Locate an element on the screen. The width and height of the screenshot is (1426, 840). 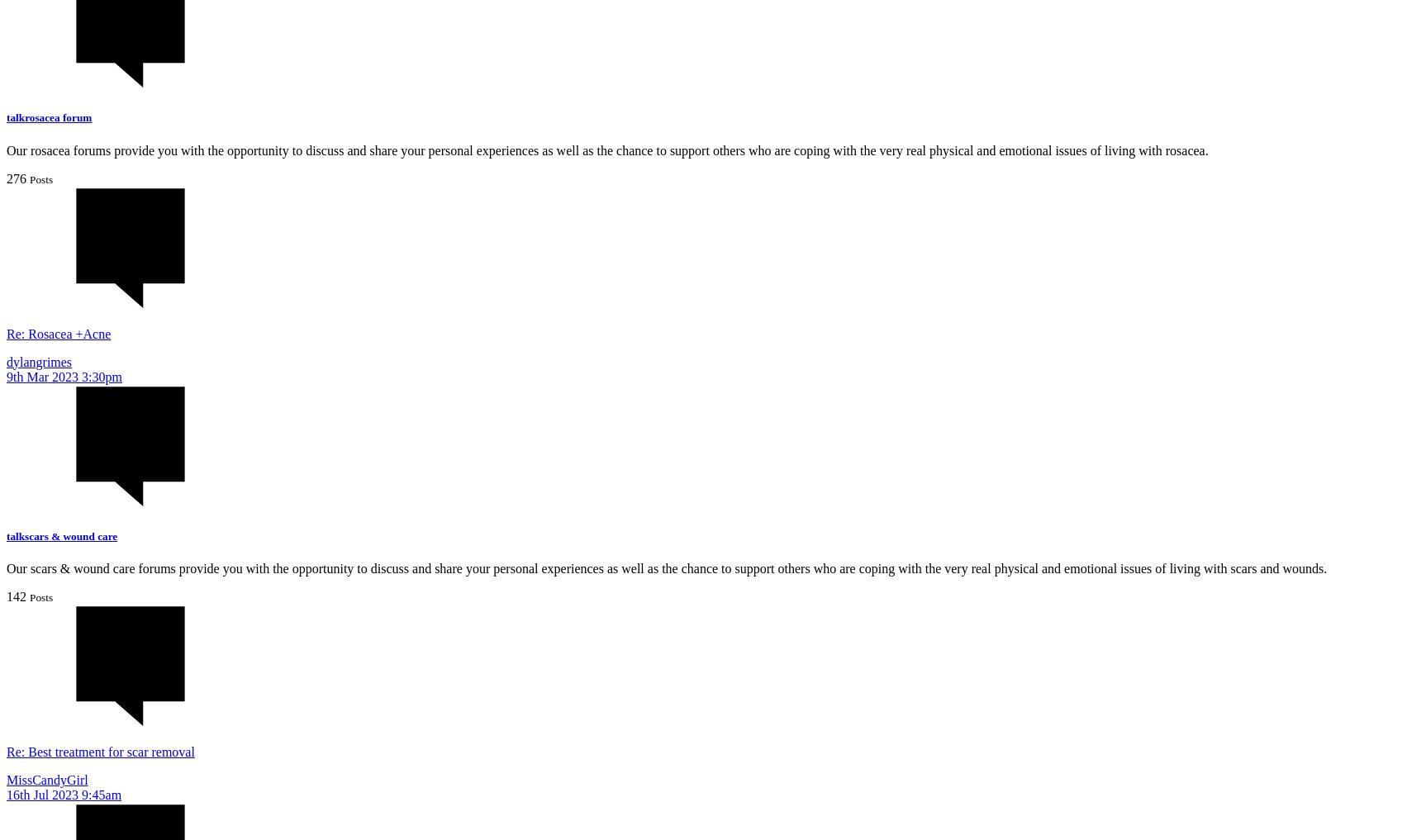
'142' is located at coordinates (17, 595).